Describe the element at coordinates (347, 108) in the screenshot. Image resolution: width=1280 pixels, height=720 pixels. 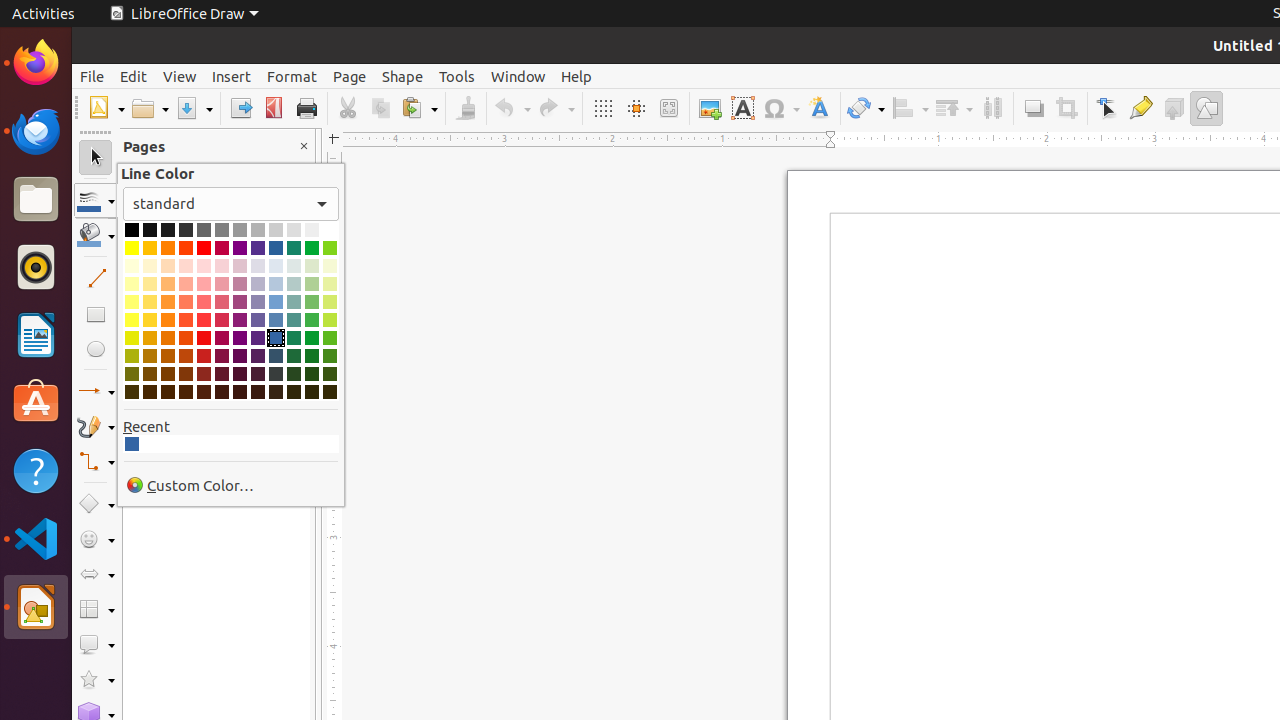
I see `'Cut'` at that location.